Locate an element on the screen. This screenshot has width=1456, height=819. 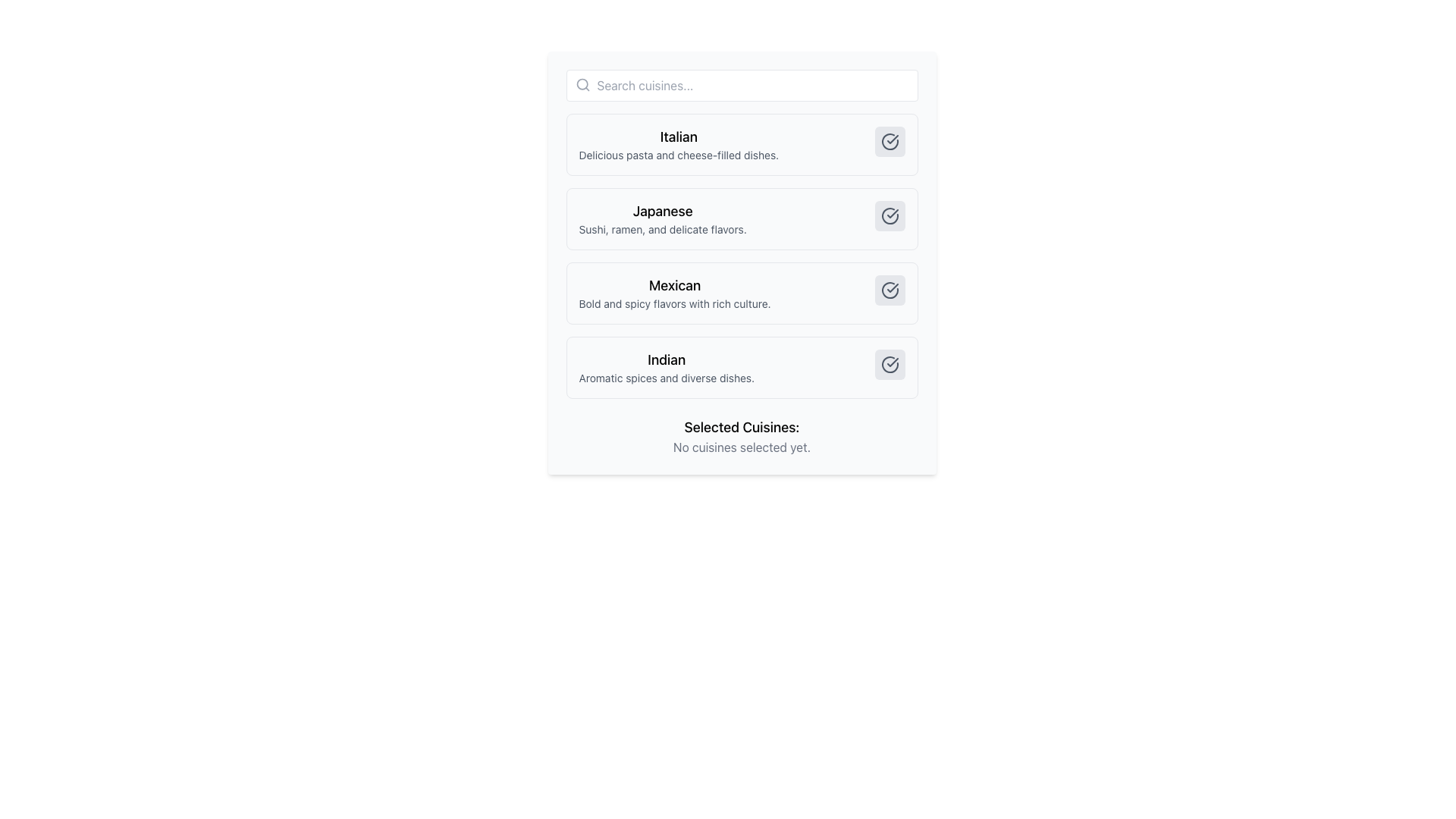
the label displaying 'Selected Cuisines:' which is styled with a medium-sized emphasized font, located above the message 'No cuisines selected yet.' is located at coordinates (742, 427).